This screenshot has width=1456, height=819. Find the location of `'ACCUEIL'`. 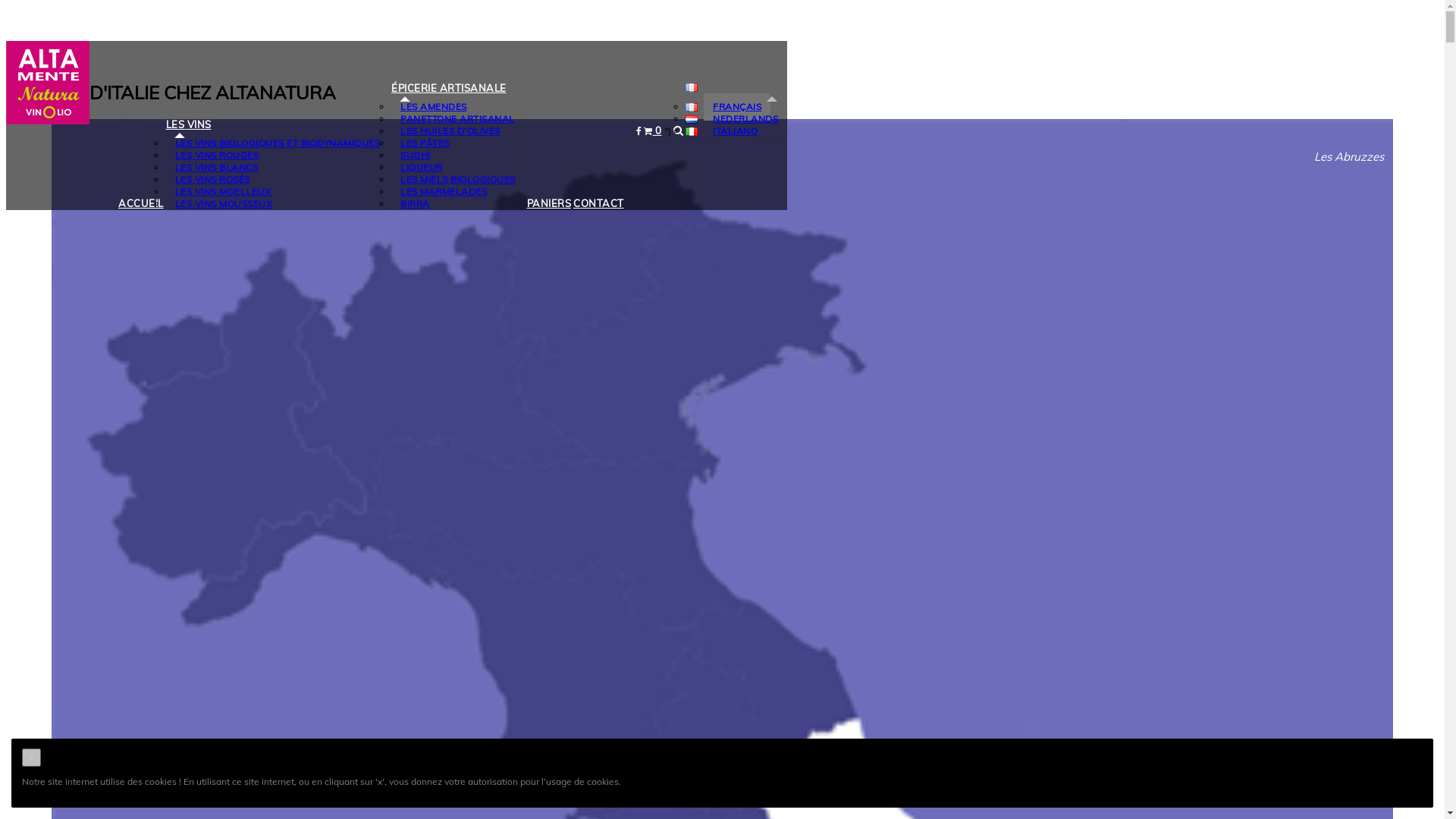

'ACCUEIL' is located at coordinates (141, 202).